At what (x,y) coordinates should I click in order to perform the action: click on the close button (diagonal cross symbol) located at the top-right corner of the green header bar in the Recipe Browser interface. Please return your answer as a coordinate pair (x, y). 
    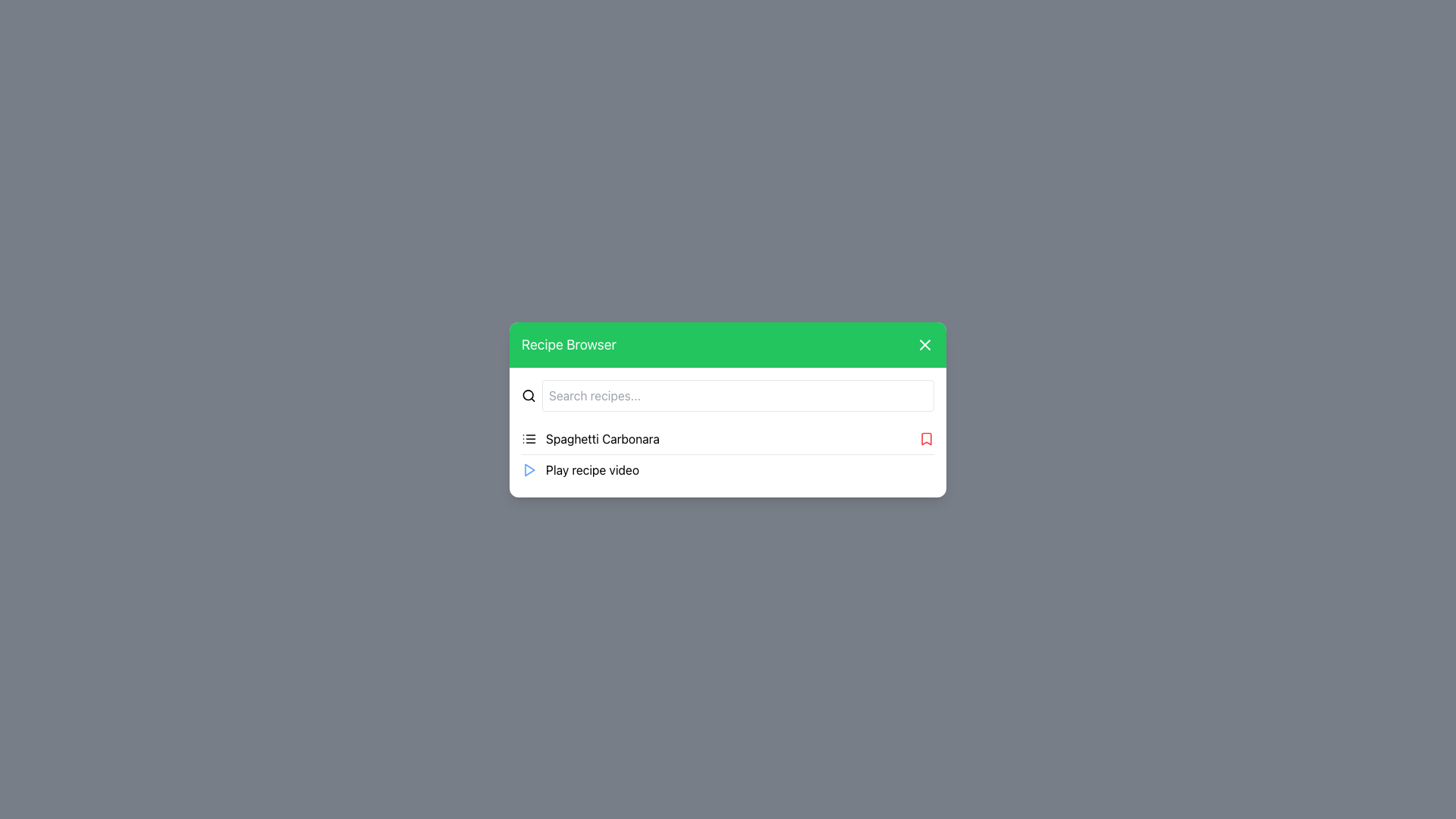
    Looking at the image, I should click on (924, 344).